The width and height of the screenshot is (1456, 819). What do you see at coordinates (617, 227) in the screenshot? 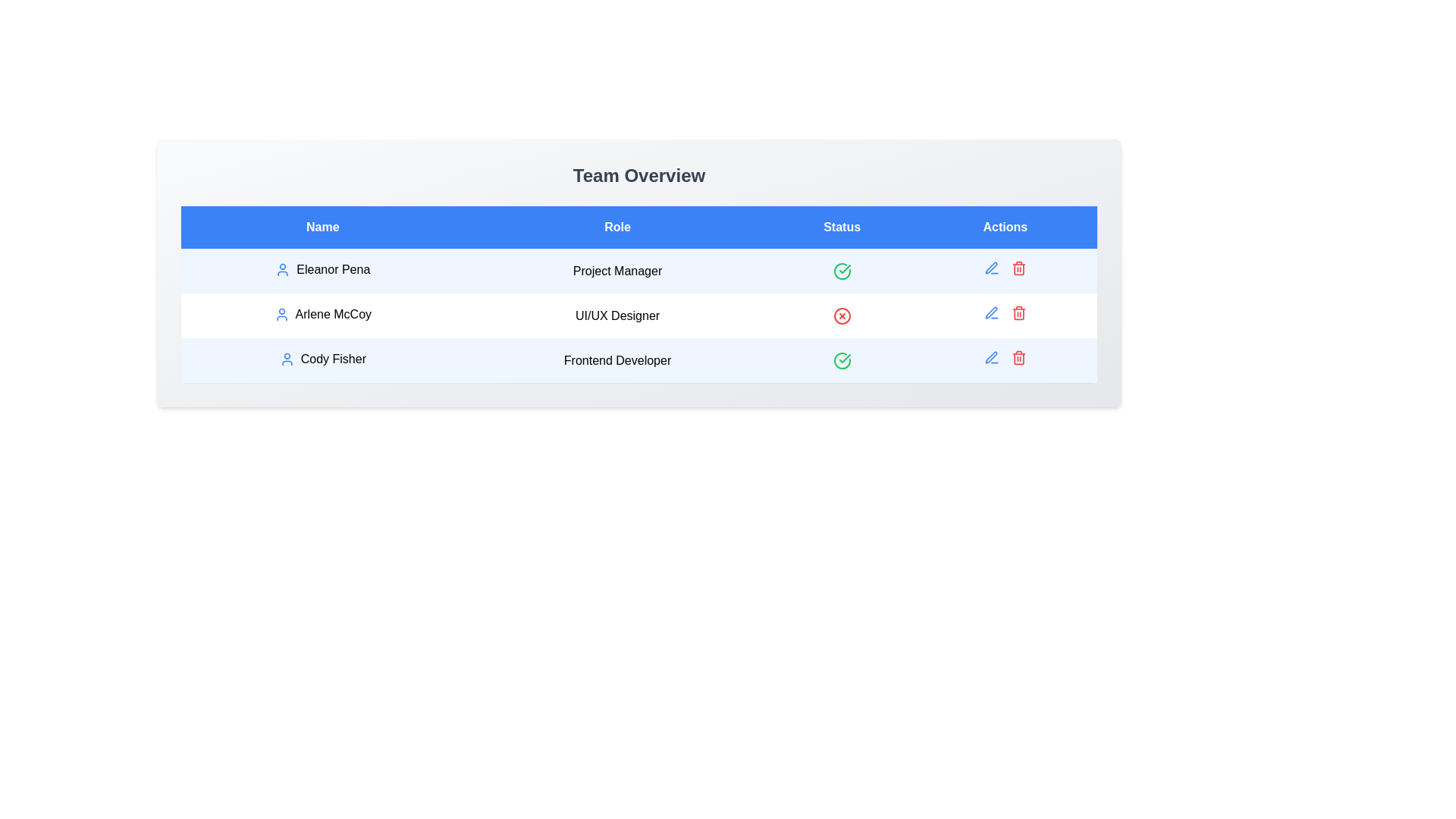
I see `the 'Role' text label, which is a blue rectangular section with white bold text, located between the 'Name' and 'Status' headers in the horizontal header row` at bounding box center [617, 227].